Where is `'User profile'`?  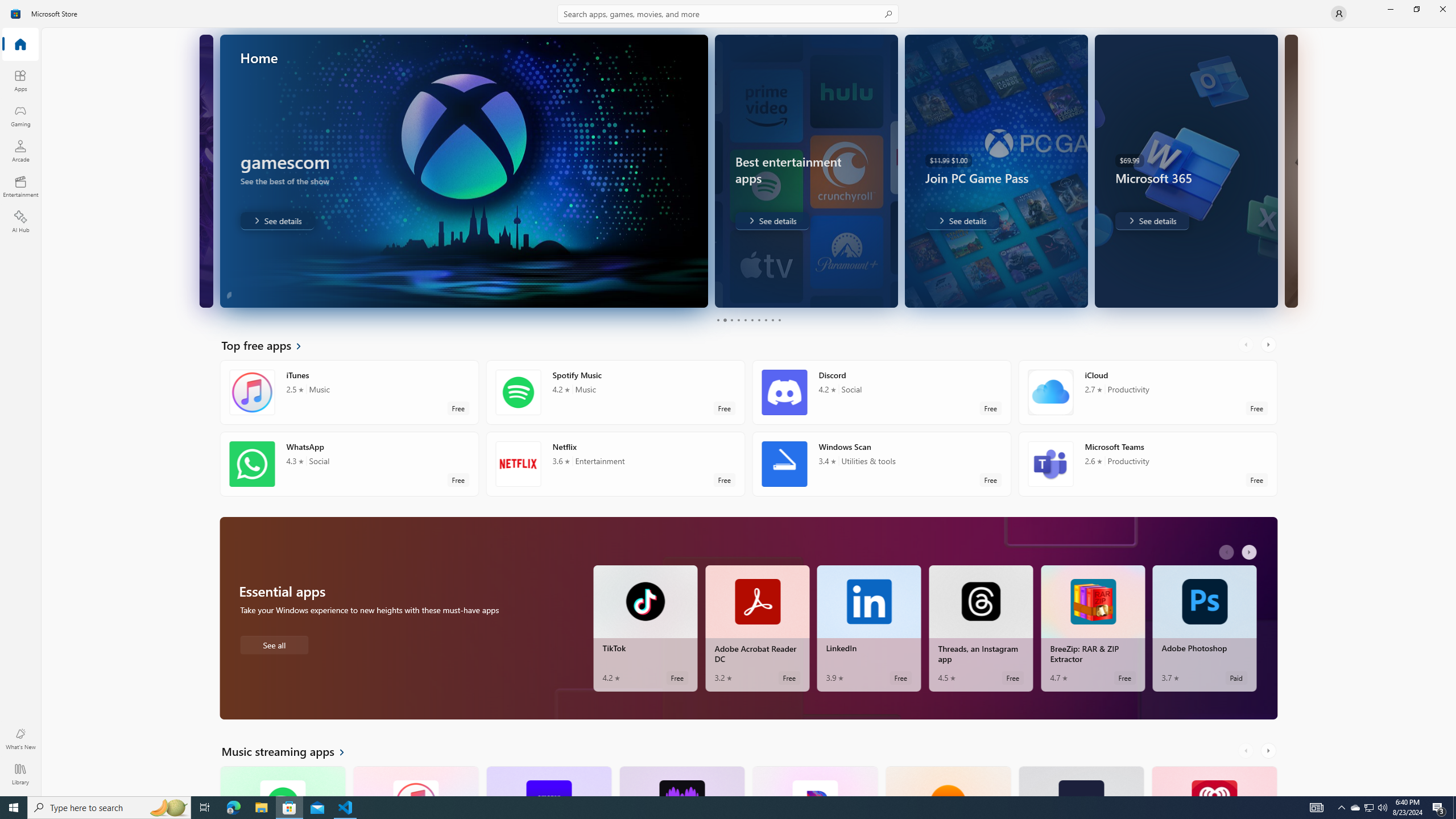
'User profile' is located at coordinates (1338, 13).